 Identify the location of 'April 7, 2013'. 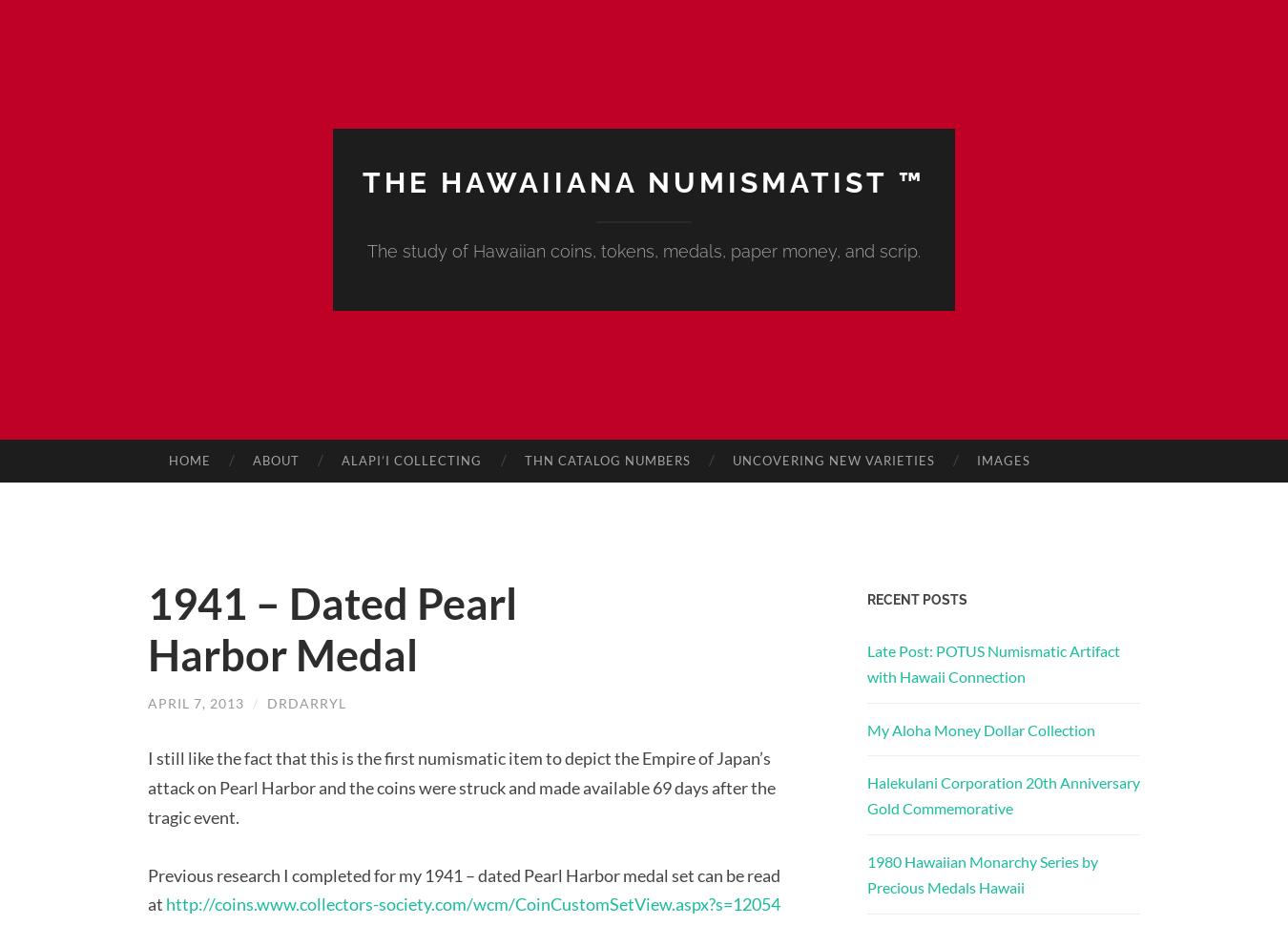
(196, 702).